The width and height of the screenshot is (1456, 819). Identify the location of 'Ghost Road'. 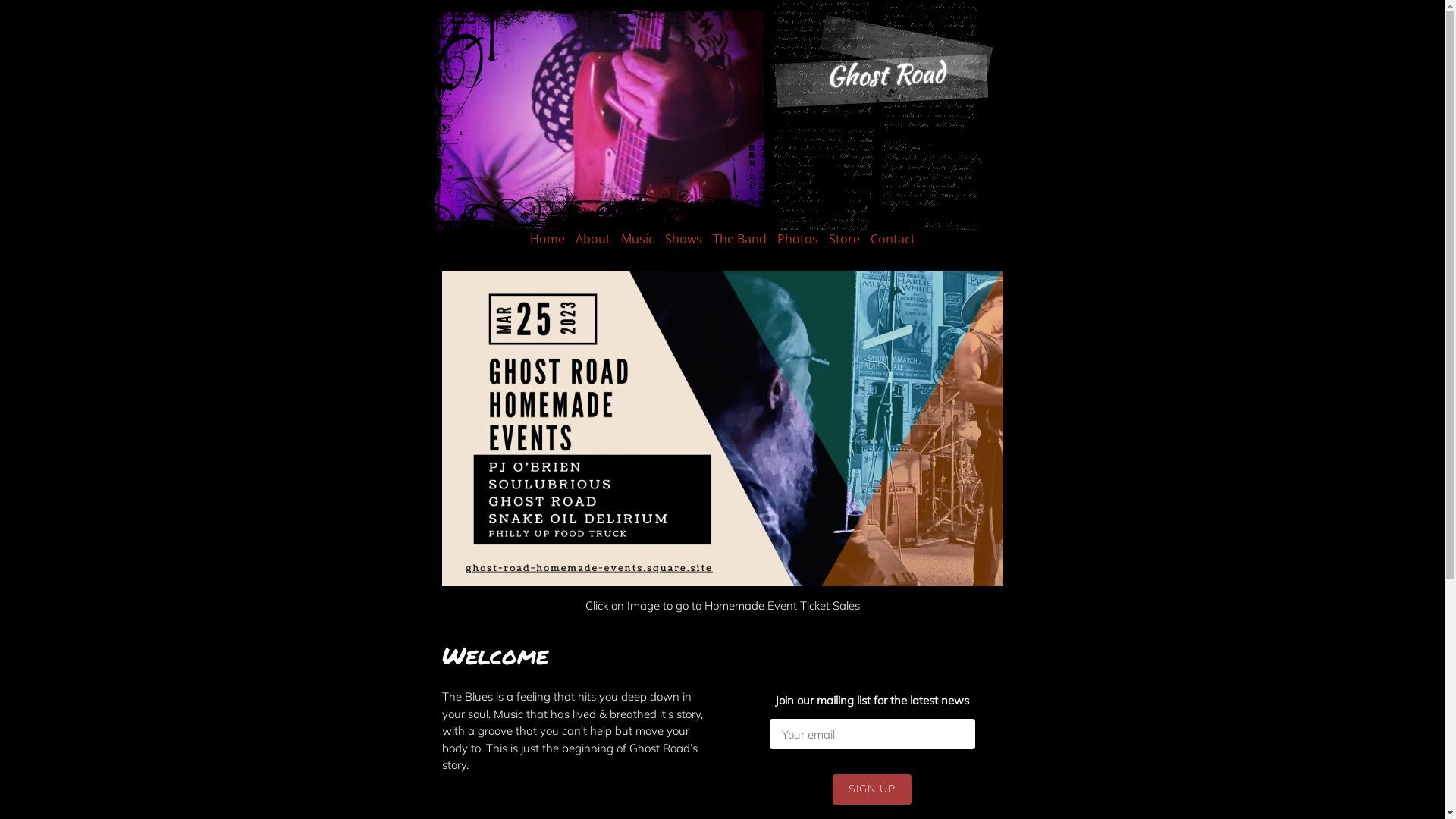
(825, 74).